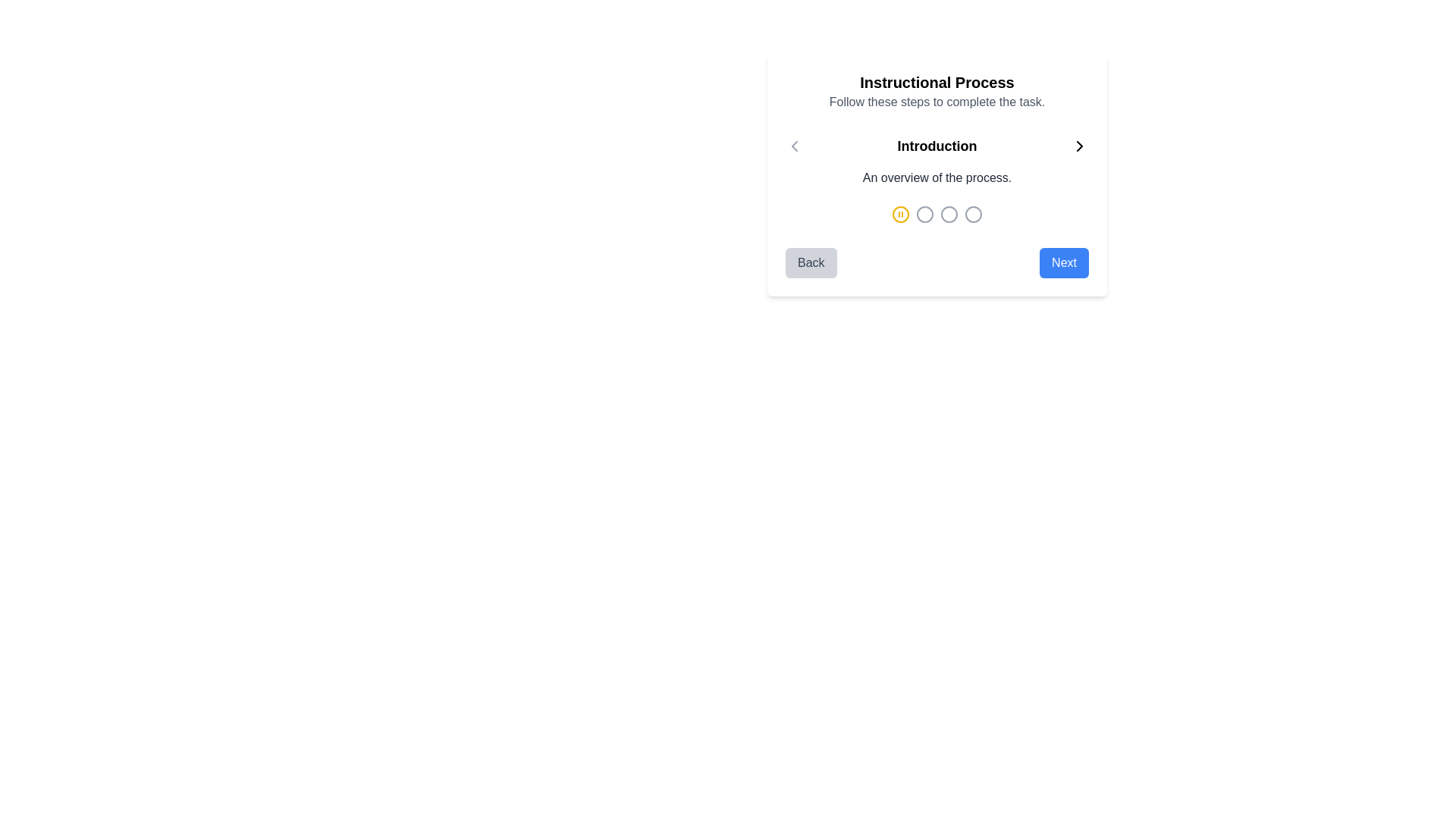  What do you see at coordinates (949, 214) in the screenshot?
I see `the third circular SVG element with a light-gray border, located below the 'Instructional Process' section` at bounding box center [949, 214].